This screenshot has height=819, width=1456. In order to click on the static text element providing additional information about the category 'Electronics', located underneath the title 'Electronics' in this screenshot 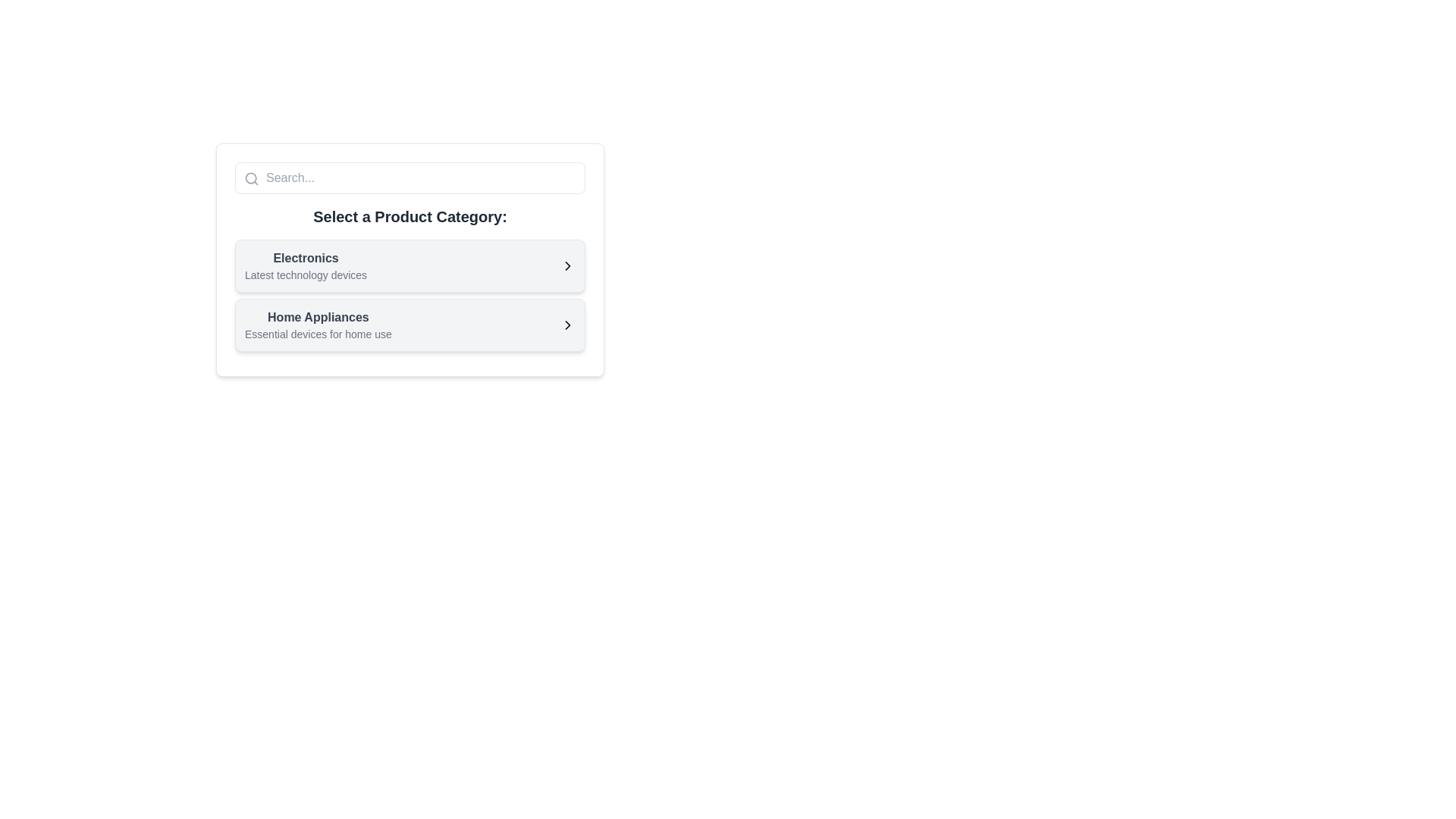, I will do `click(305, 275)`.